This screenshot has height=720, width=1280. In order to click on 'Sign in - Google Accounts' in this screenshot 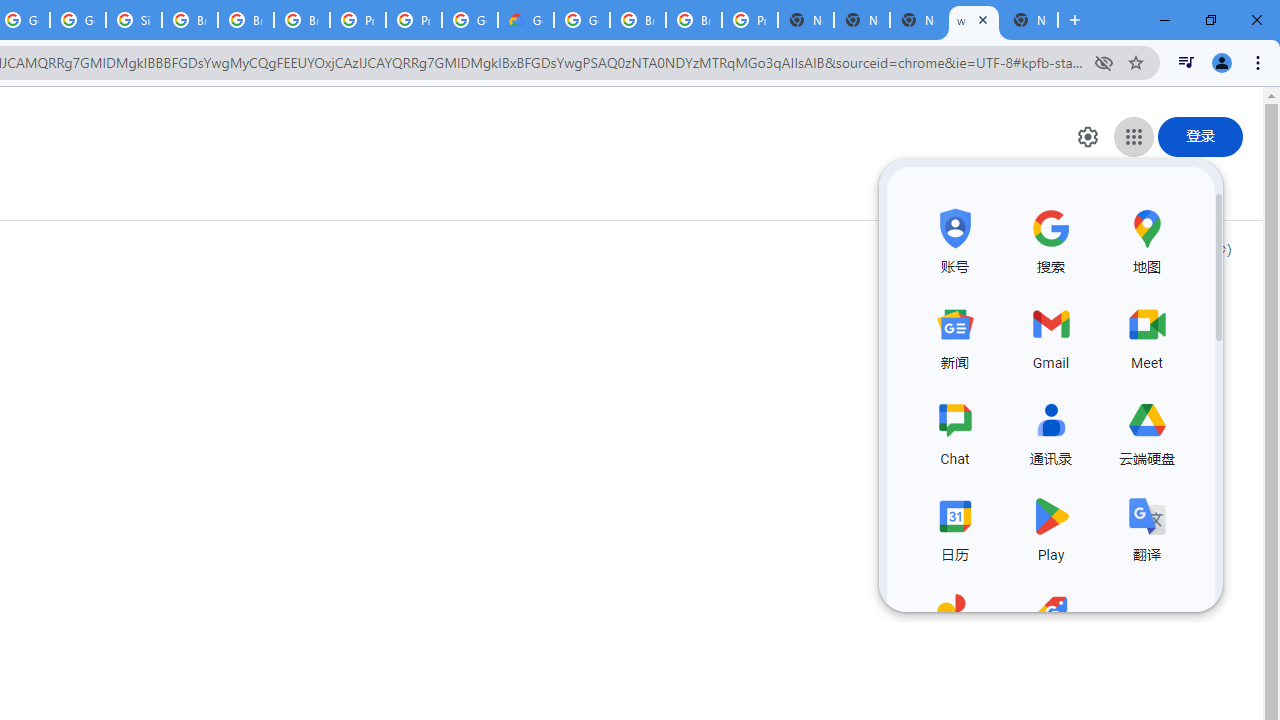, I will do `click(133, 20)`.